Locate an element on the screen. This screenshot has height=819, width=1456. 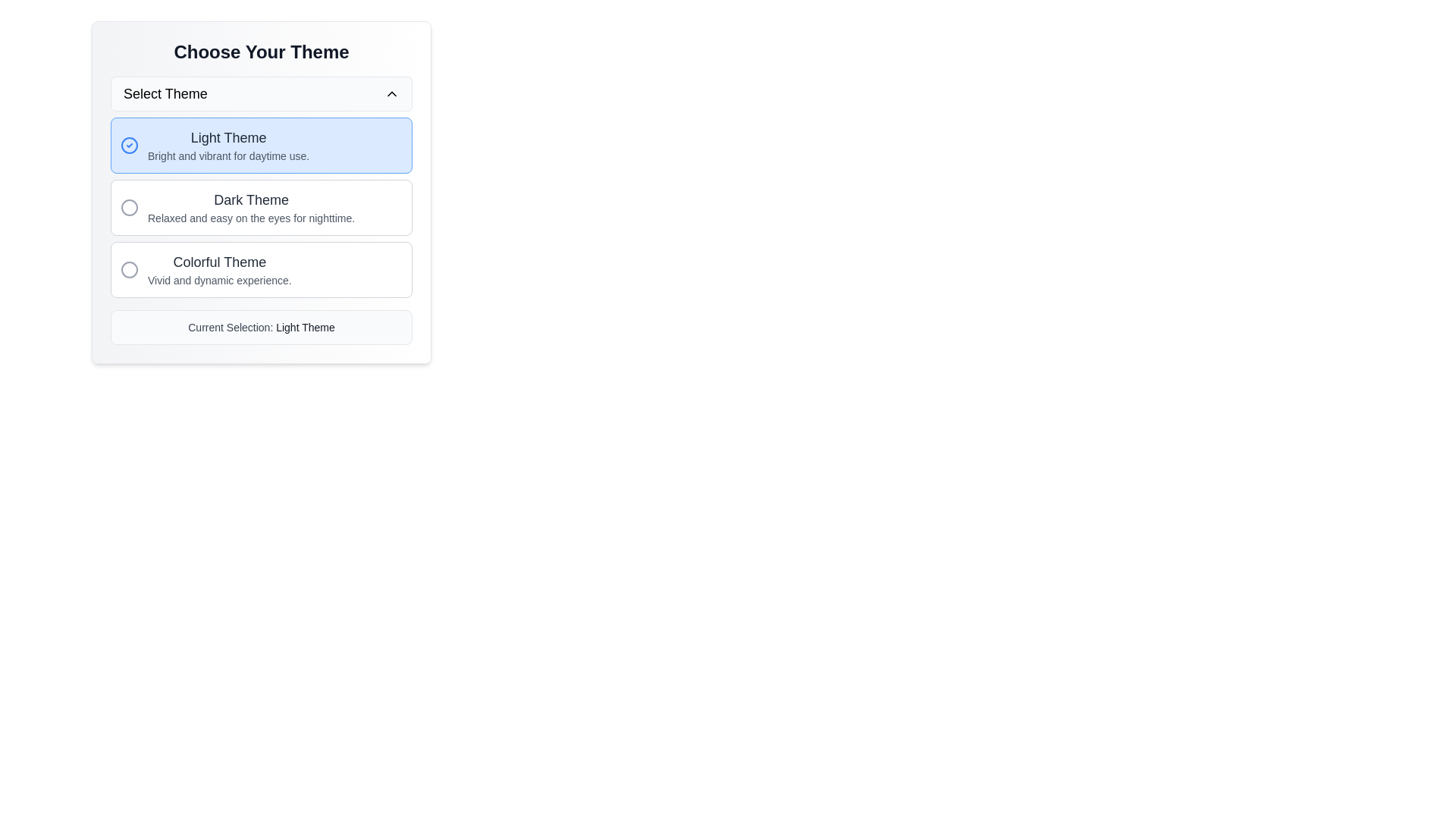
the descriptive text element for the 'Colorful Theme' selection option, which is positioned immediately below the 'Colorful Theme' text and aligned centrally is located at coordinates (218, 281).